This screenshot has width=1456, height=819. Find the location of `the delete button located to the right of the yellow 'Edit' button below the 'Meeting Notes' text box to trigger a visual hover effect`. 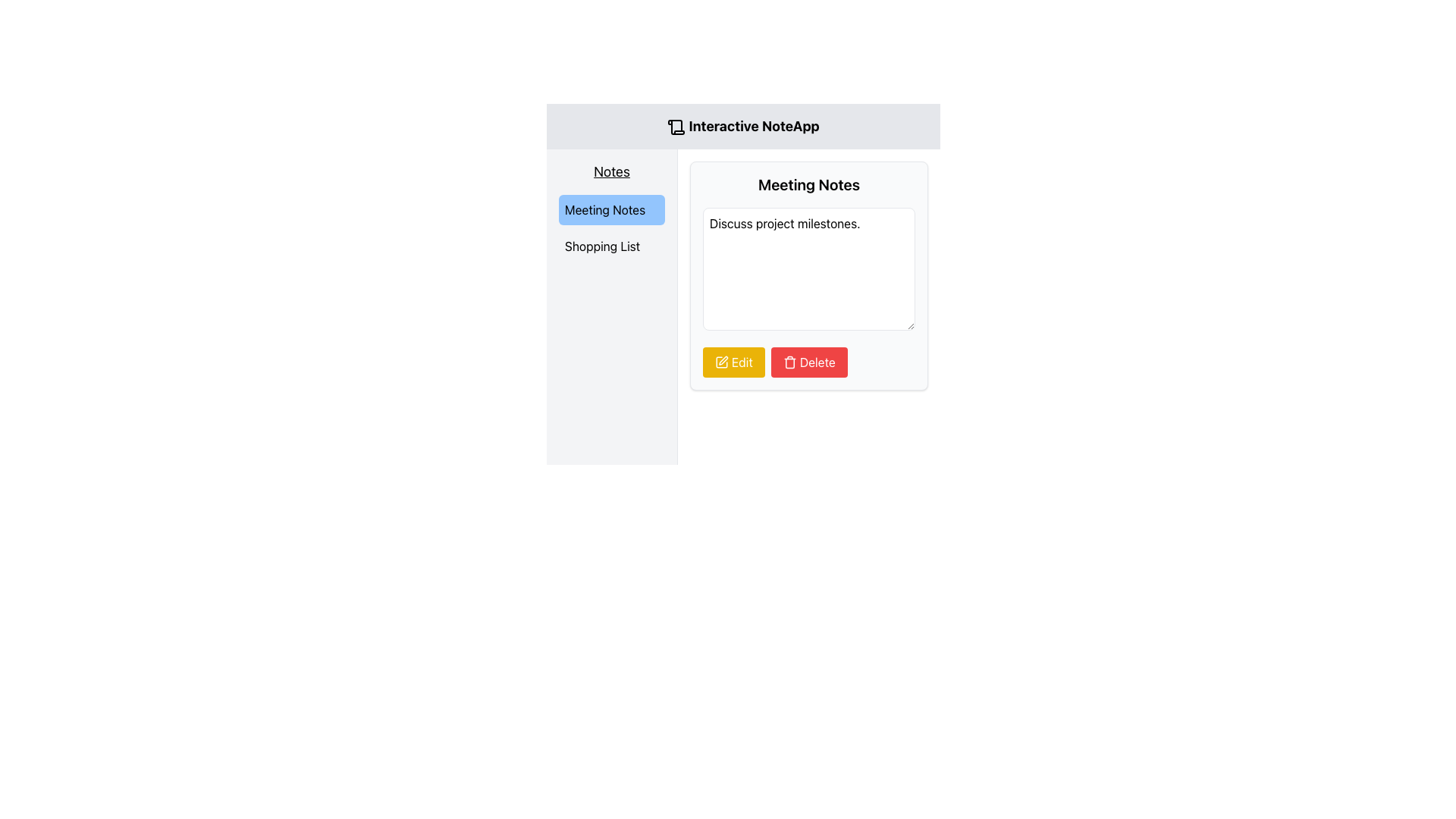

the delete button located to the right of the yellow 'Edit' button below the 'Meeting Notes' text box to trigger a visual hover effect is located at coordinates (808, 362).